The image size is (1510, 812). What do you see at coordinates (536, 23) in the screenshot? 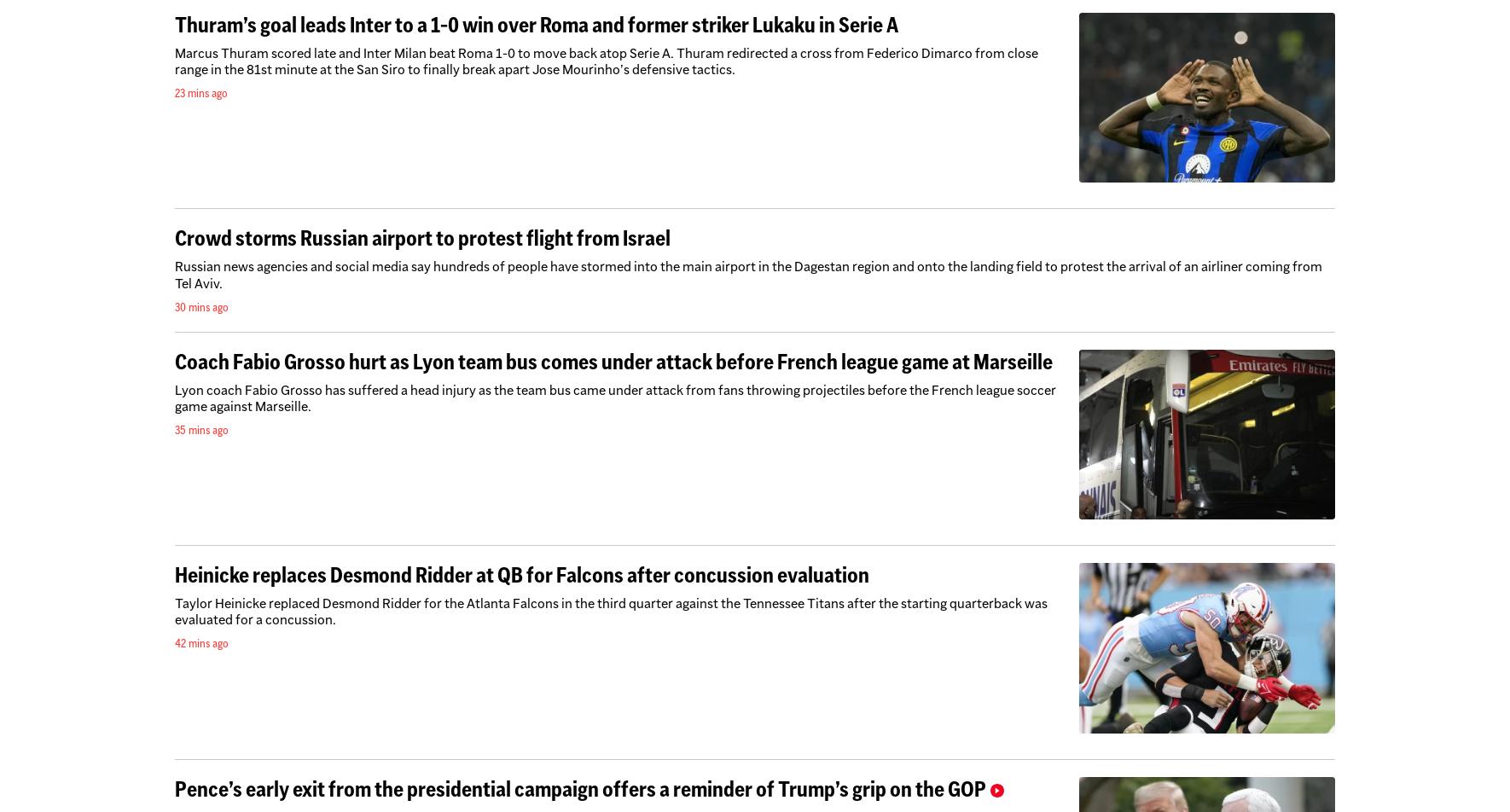
I see `'Thuram’s goal leads Inter to a 1-0 win over Roma and former striker Lukaku in Serie A'` at bounding box center [536, 23].